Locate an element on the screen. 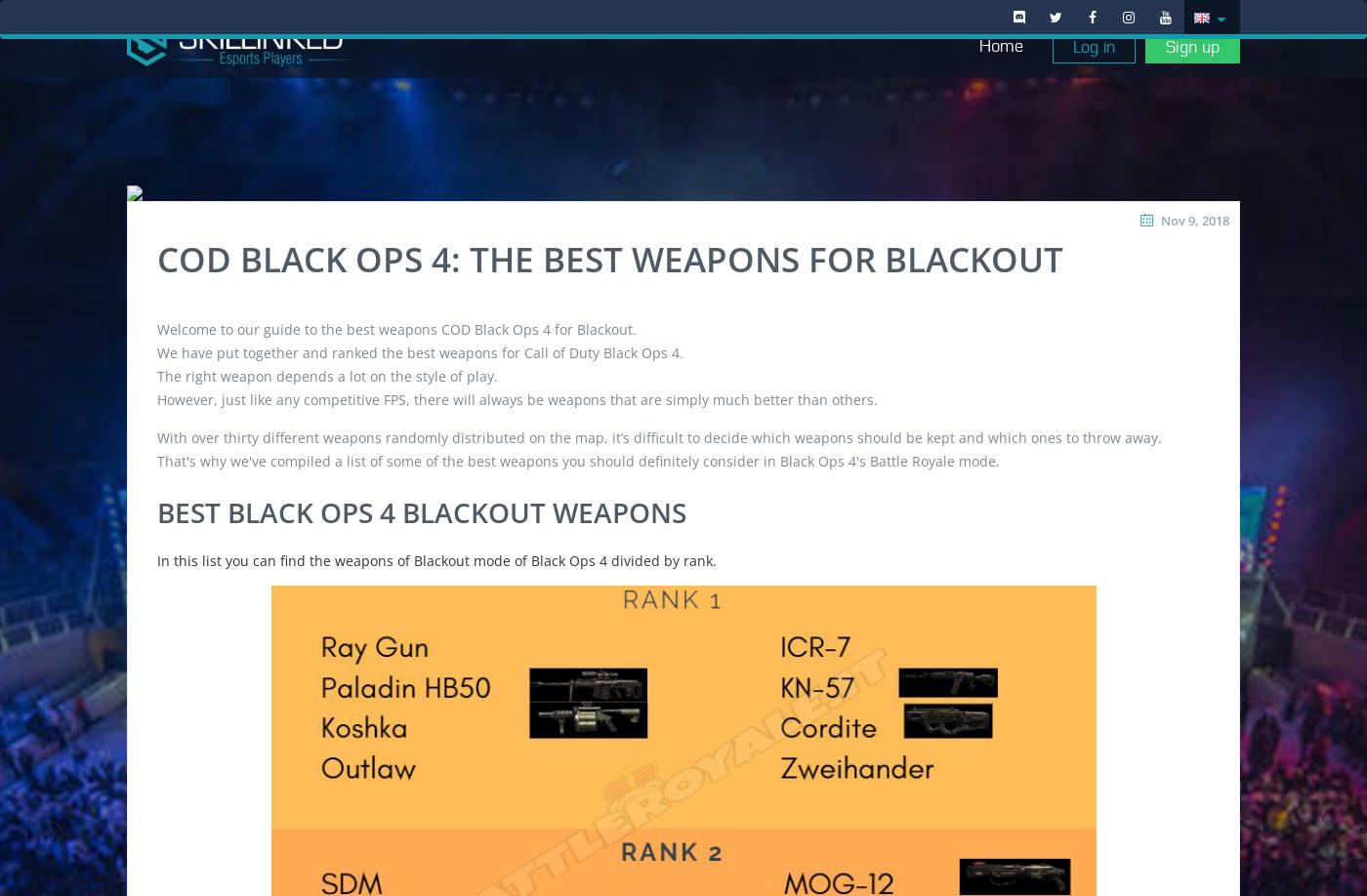 The height and width of the screenshot is (896, 1367). 'Welcome to our guide to the best weapons COD Black Ops 4 for Blackout.' is located at coordinates (396, 328).